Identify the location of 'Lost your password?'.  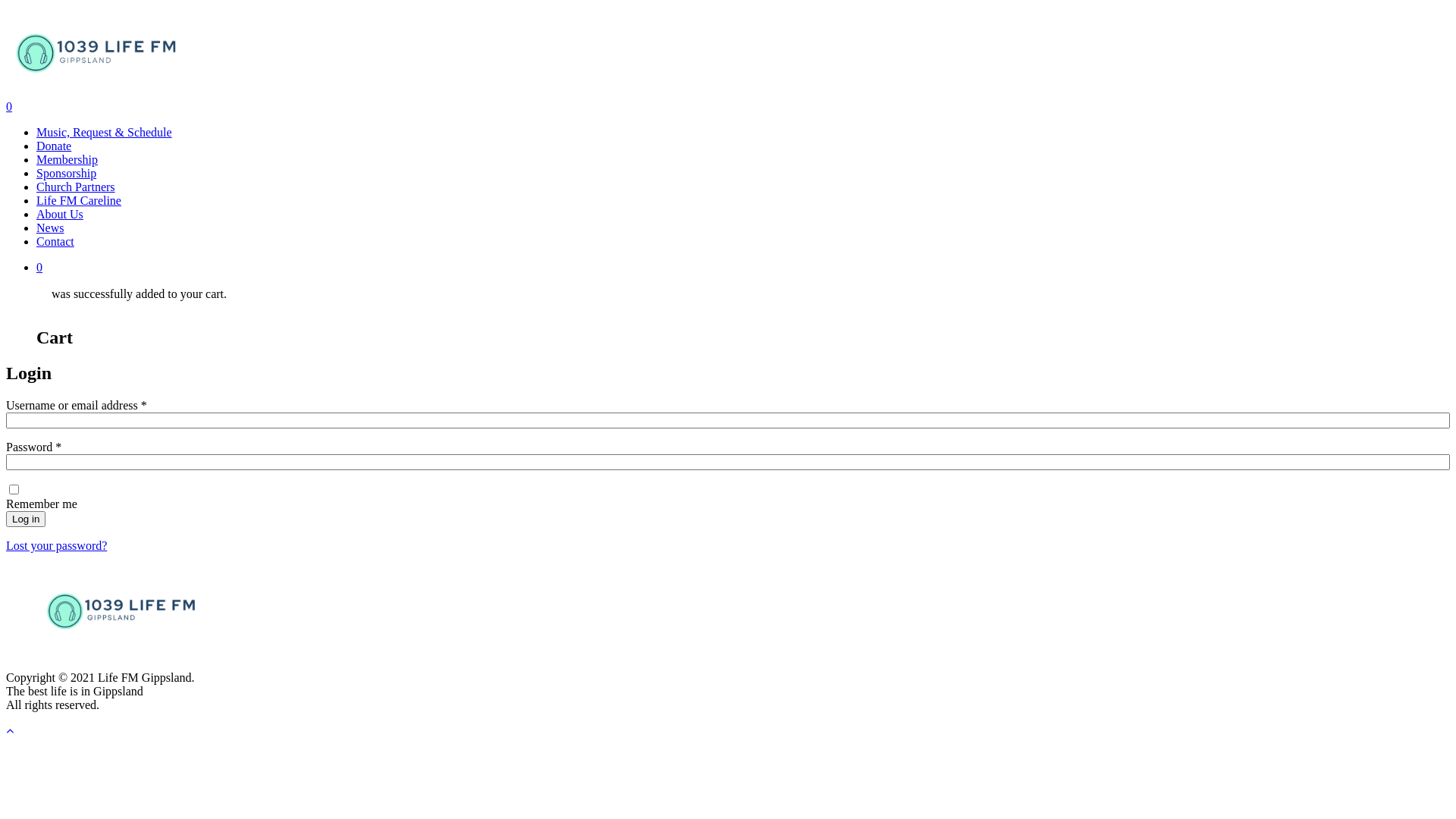
(56, 544).